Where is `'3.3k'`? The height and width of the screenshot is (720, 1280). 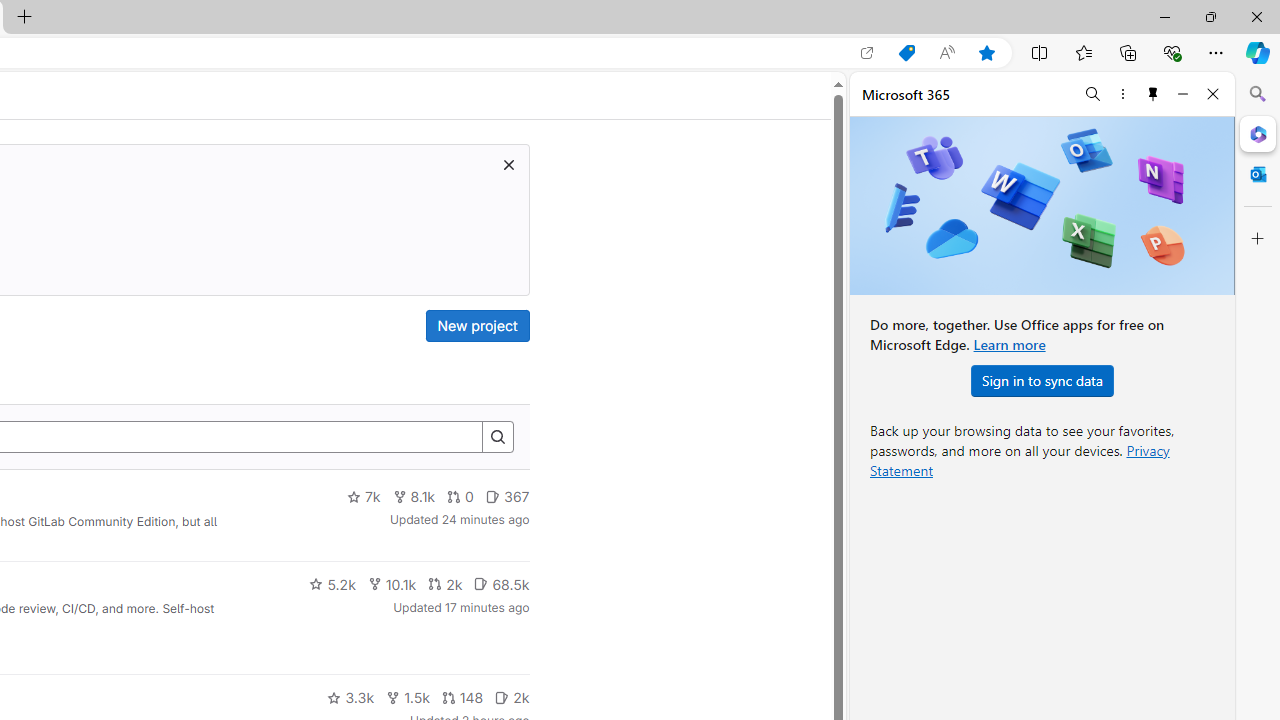
'3.3k' is located at coordinates (350, 697).